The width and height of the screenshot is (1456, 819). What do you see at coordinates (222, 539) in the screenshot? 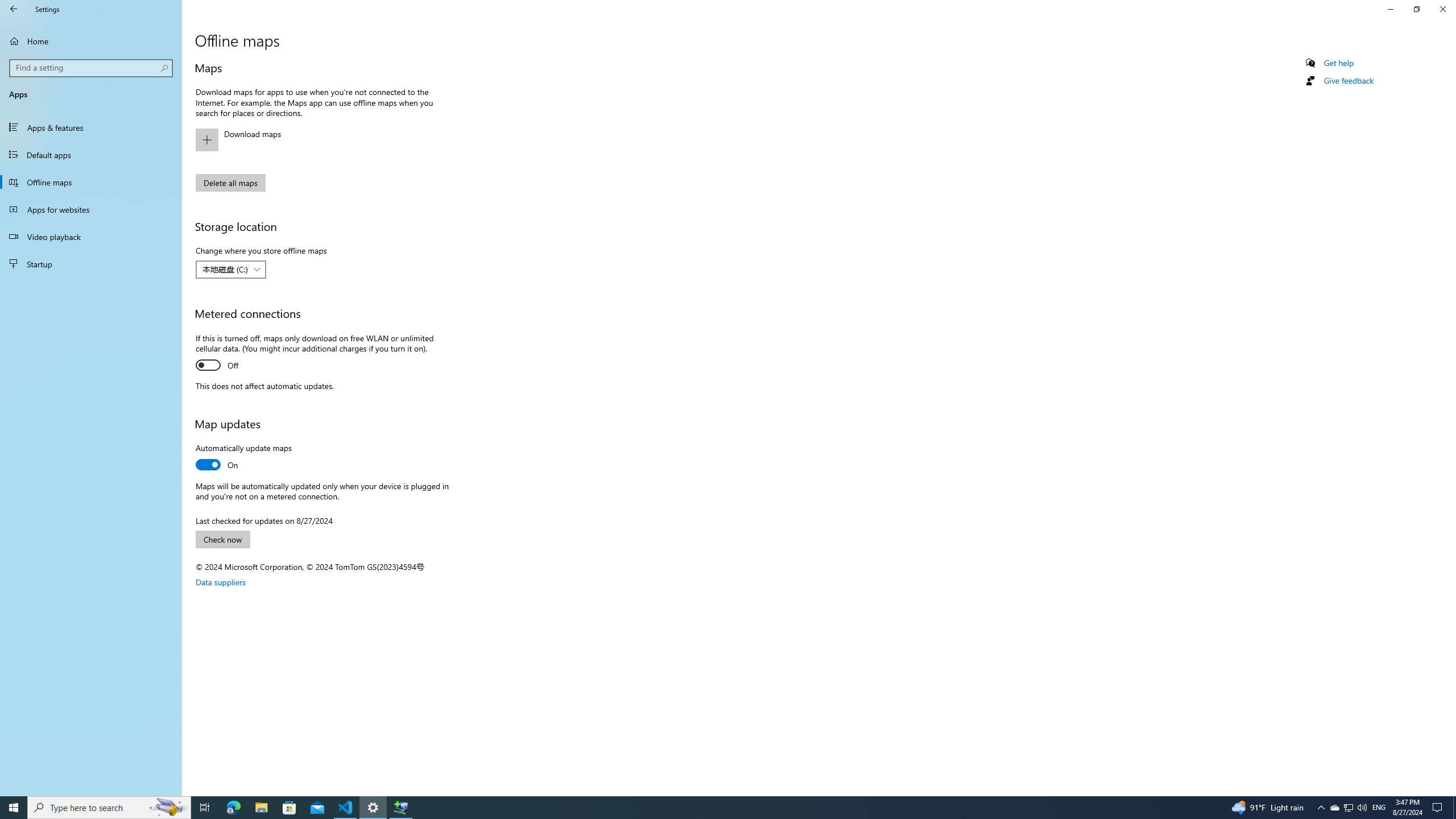
I see `'Check now'` at bounding box center [222, 539].